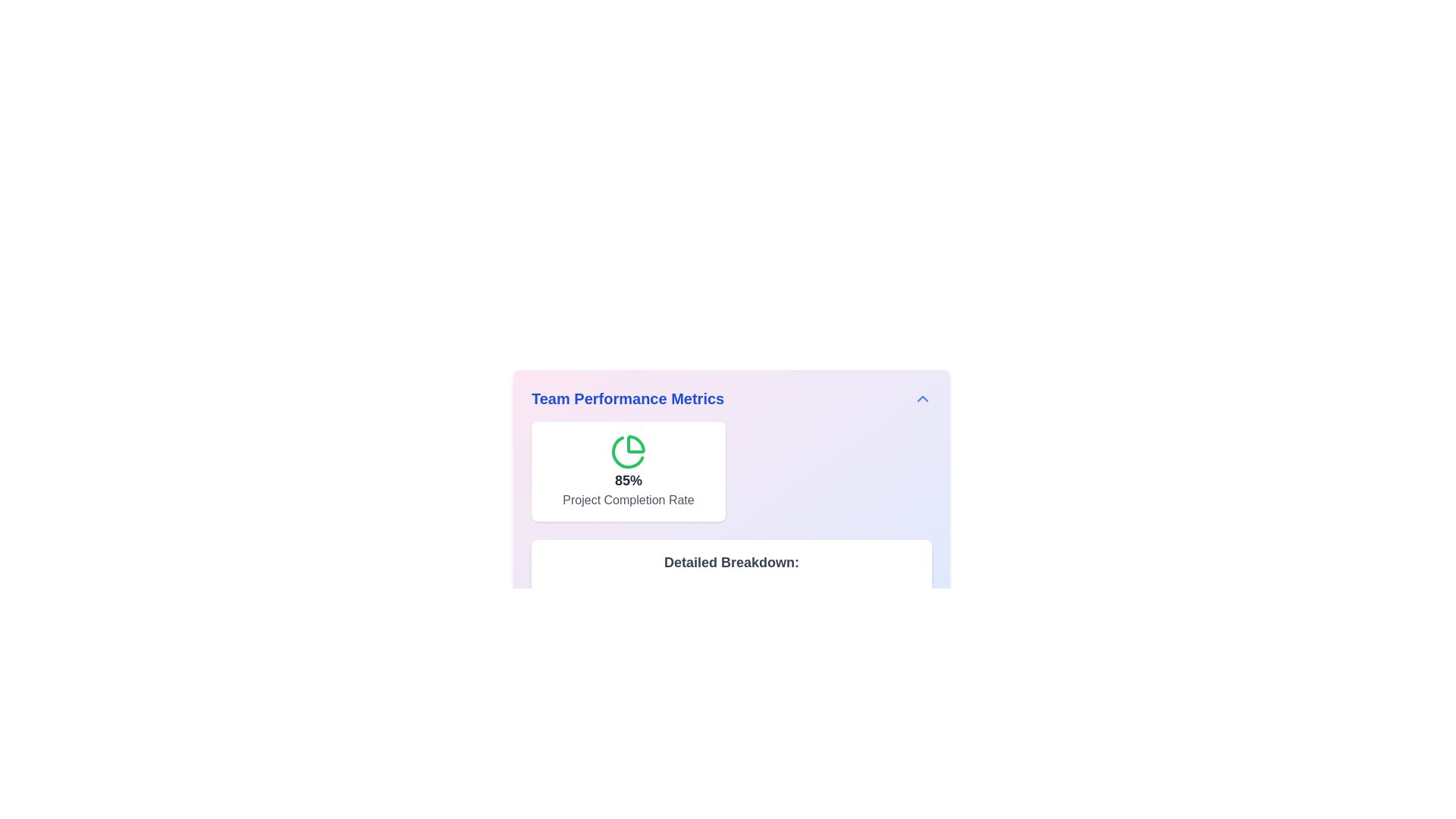 This screenshot has width=1456, height=819. Describe the element at coordinates (731, 562) in the screenshot. I see `the Text Label that categorizes the detailed statistical breakdown, positioned below the 'Team Performance Metrics' section` at that location.